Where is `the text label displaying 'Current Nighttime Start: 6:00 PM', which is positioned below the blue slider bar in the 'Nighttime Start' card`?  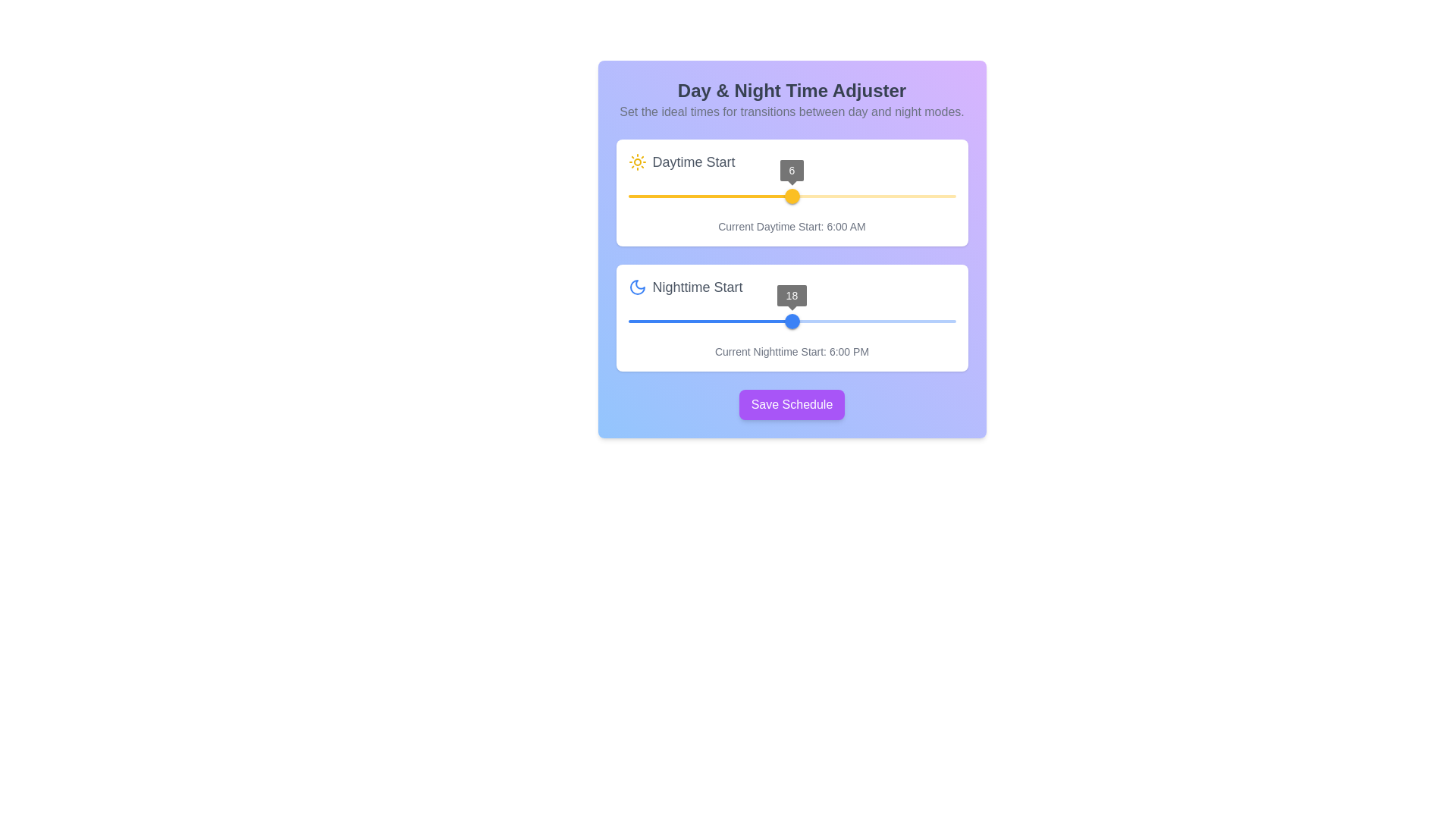 the text label displaying 'Current Nighttime Start: 6:00 PM', which is positioned below the blue slider bar in the 'Nighttime Start' card is located at coordinates (791, 351).